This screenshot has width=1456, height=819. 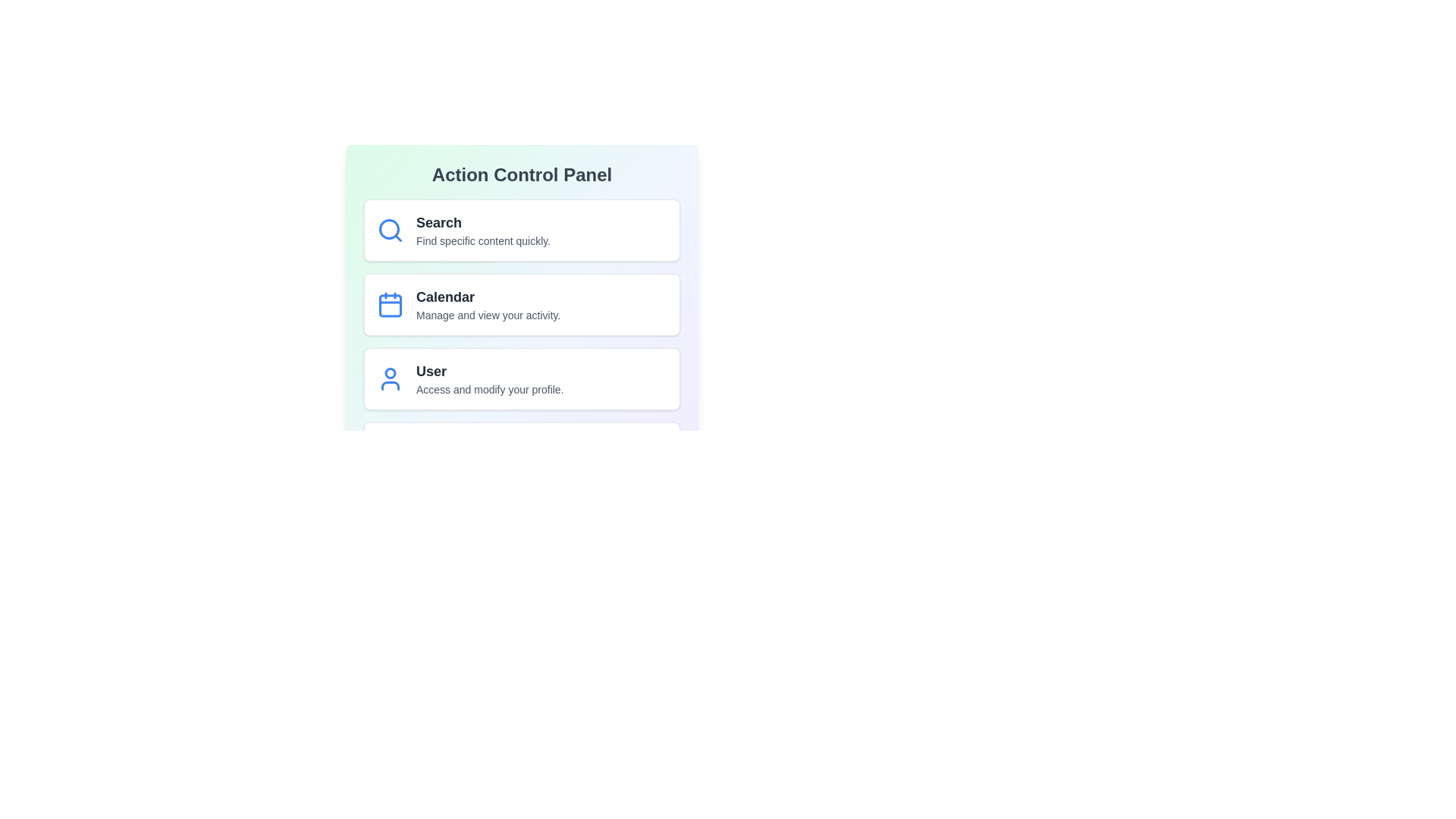 I want to click on displayed information from the 'Calendar' text component, which includes the title 'Calendar' in bold and the subtitle 'Manage and view your activity.', so click(x=488, y=304).